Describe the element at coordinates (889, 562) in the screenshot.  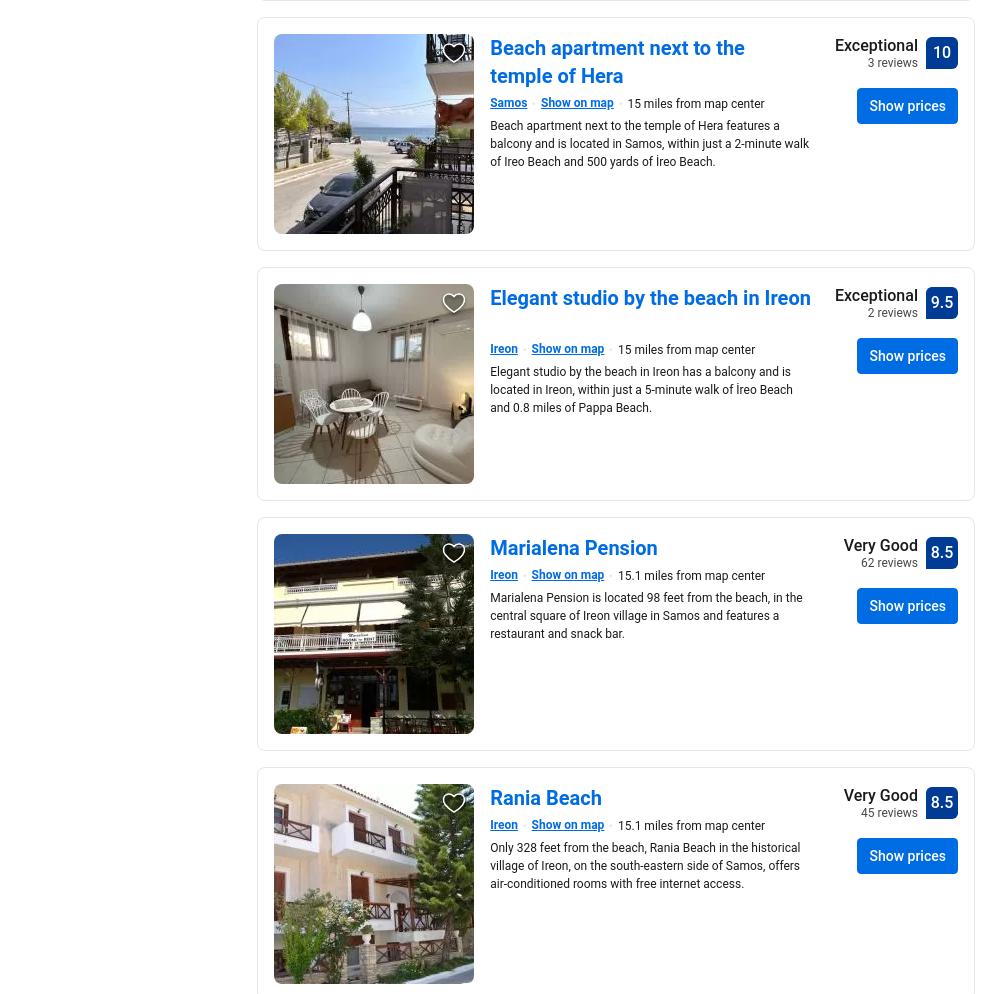
I see `'62 reviews'` at that location.